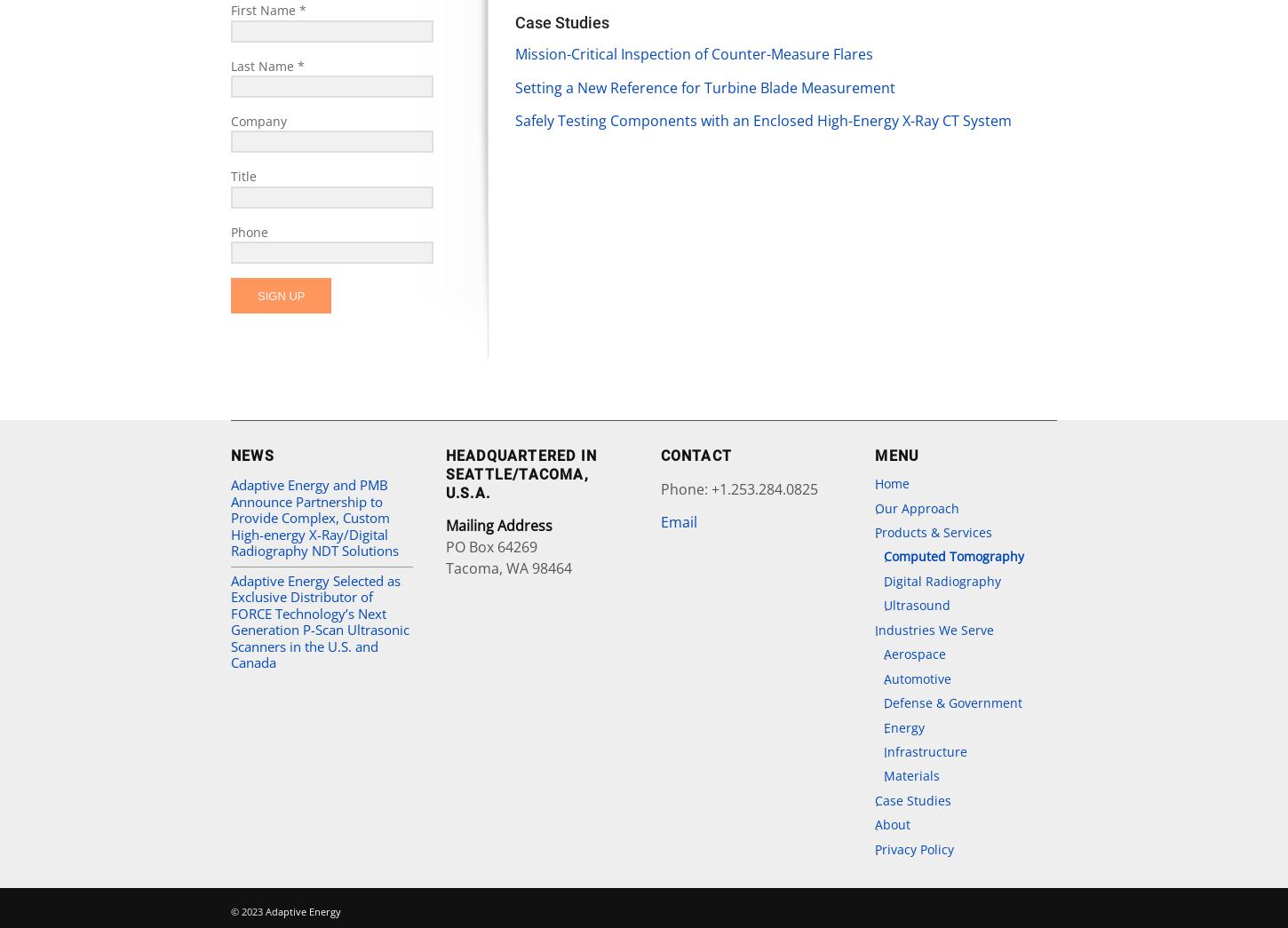 The image size is (1288, 928). I want to click on 'Tacoma, WA 98464', so click(508, 567).